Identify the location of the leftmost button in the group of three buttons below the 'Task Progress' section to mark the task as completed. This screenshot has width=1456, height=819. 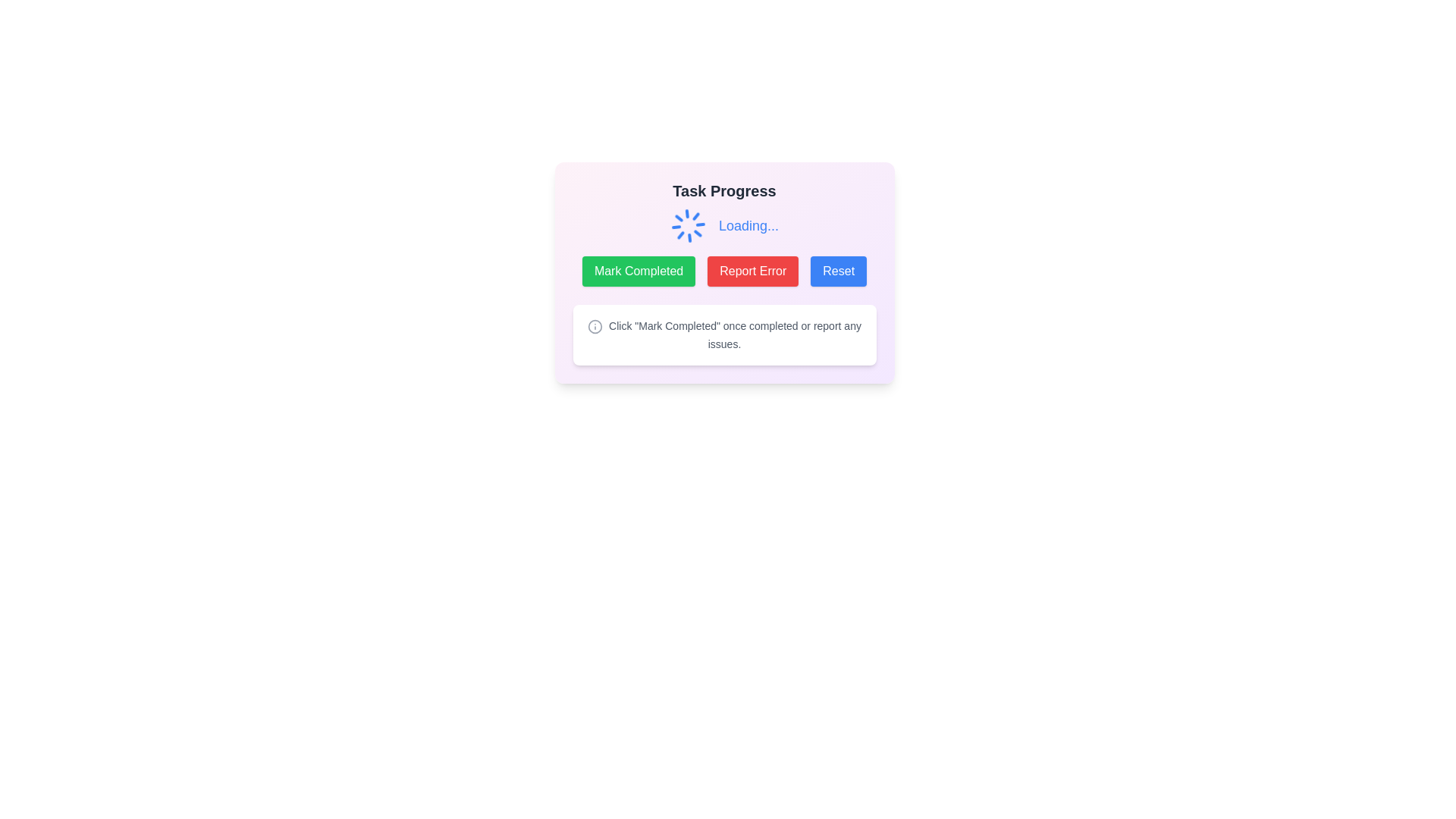
(639, 271).